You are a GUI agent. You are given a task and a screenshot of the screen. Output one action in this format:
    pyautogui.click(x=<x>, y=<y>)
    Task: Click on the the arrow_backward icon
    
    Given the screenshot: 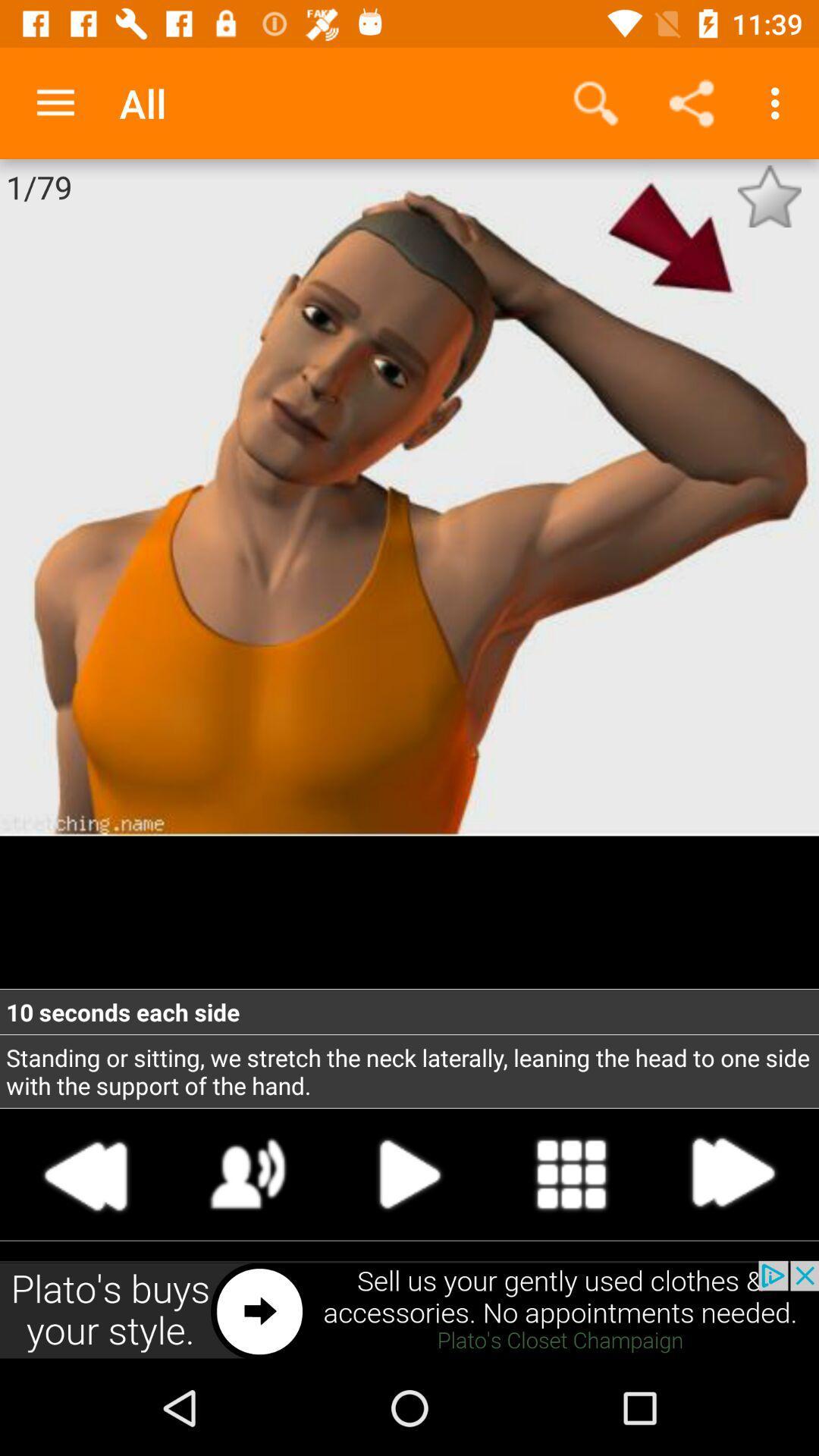 What is the action you would take?
    pyautogui.click(x=86, y=1173)
    